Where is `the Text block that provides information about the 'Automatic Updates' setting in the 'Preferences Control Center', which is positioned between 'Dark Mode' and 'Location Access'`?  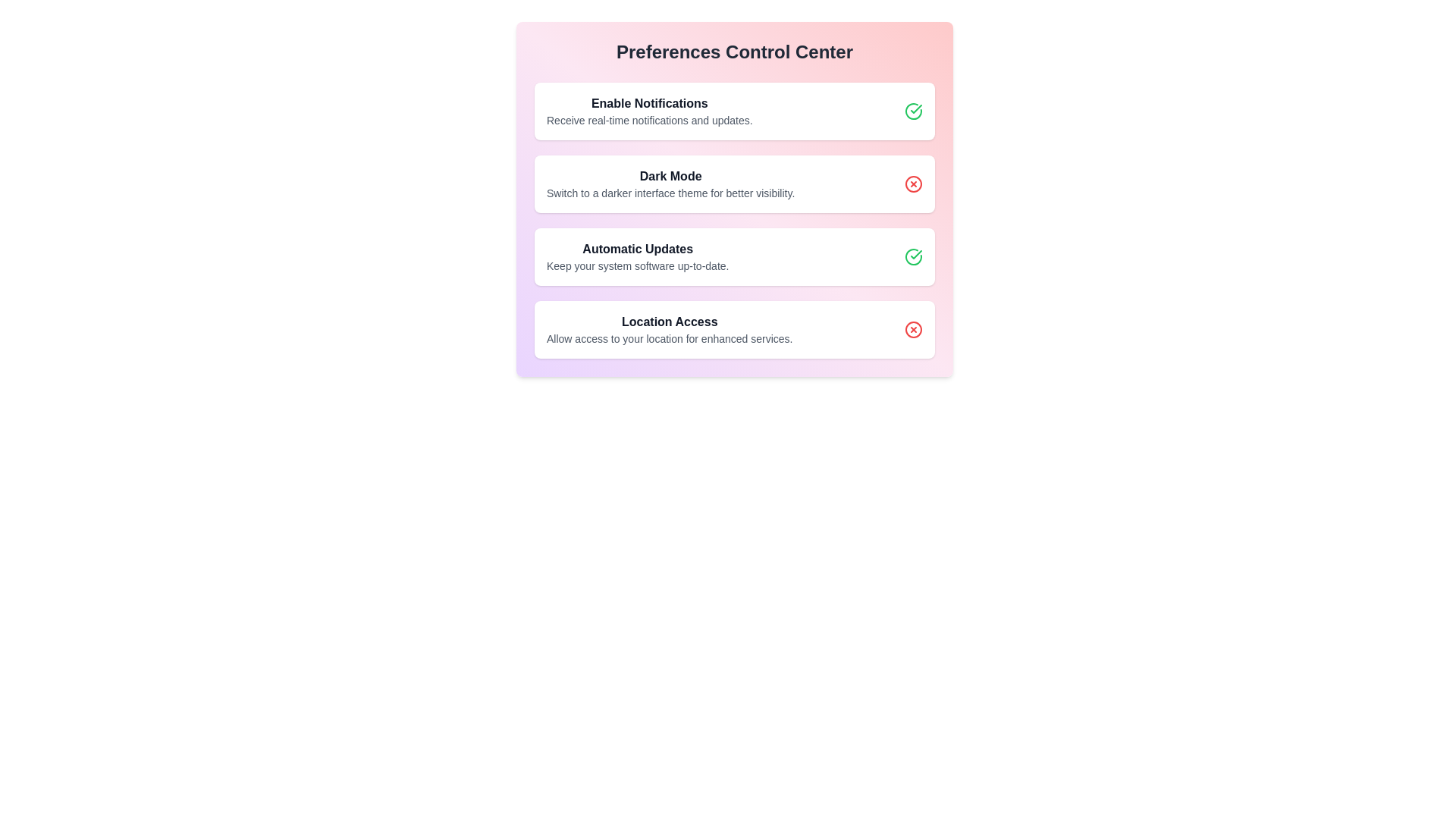 the Text block that provides information about the 'Automatic Updates' setting in the 'Preferences Control Center', which is positioned between 'Dark Mode' and 'Location Access' is located at coordinates (638, 256).